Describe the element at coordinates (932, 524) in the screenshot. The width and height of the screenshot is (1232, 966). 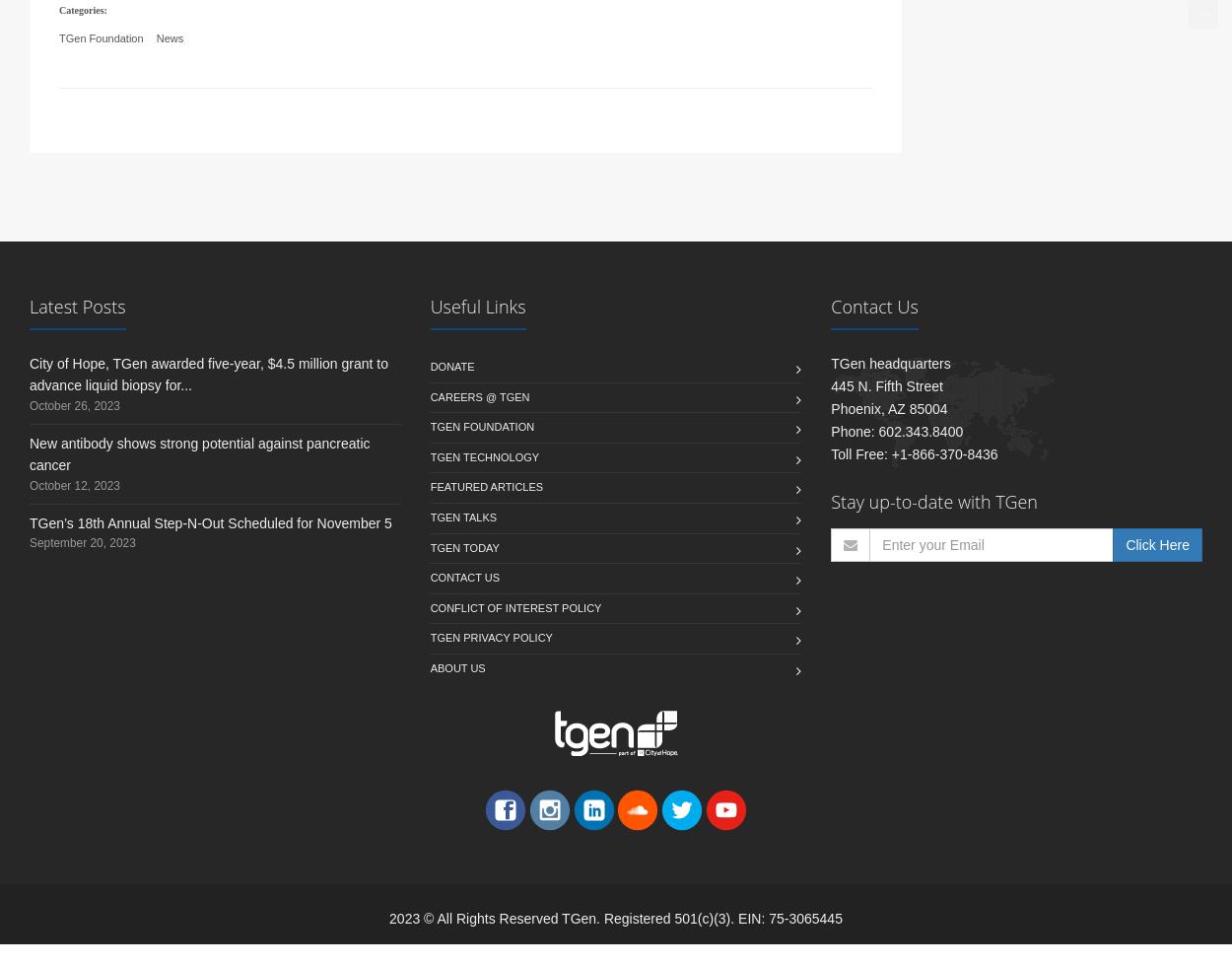
I see `'Stay up-to-date with TGen'` at that location.